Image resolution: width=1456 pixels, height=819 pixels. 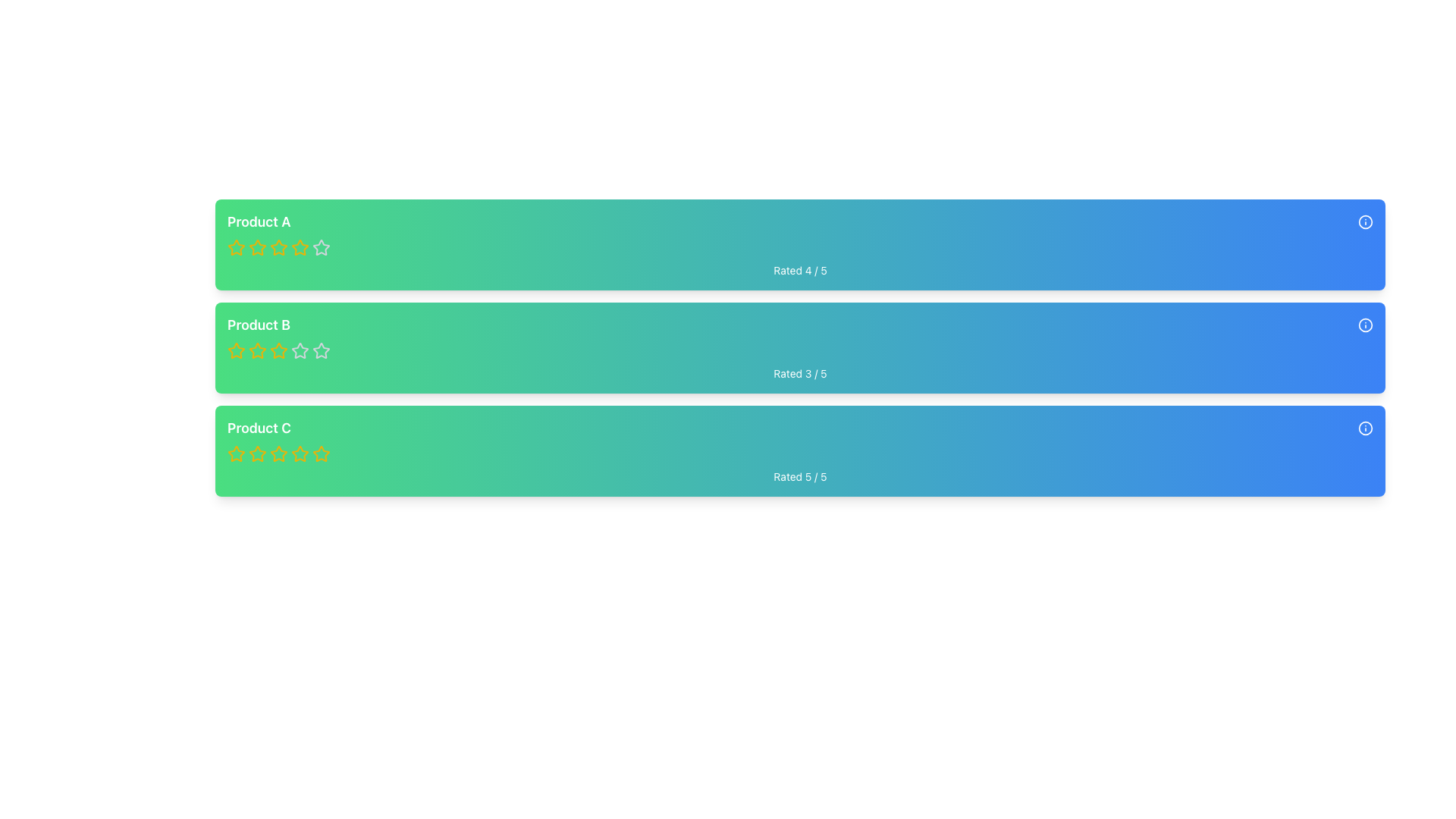 I want to click on the yellow star icon used for rating in the second group of entries related to Product B, which is the first of five stars, so click(x=236, y=350).